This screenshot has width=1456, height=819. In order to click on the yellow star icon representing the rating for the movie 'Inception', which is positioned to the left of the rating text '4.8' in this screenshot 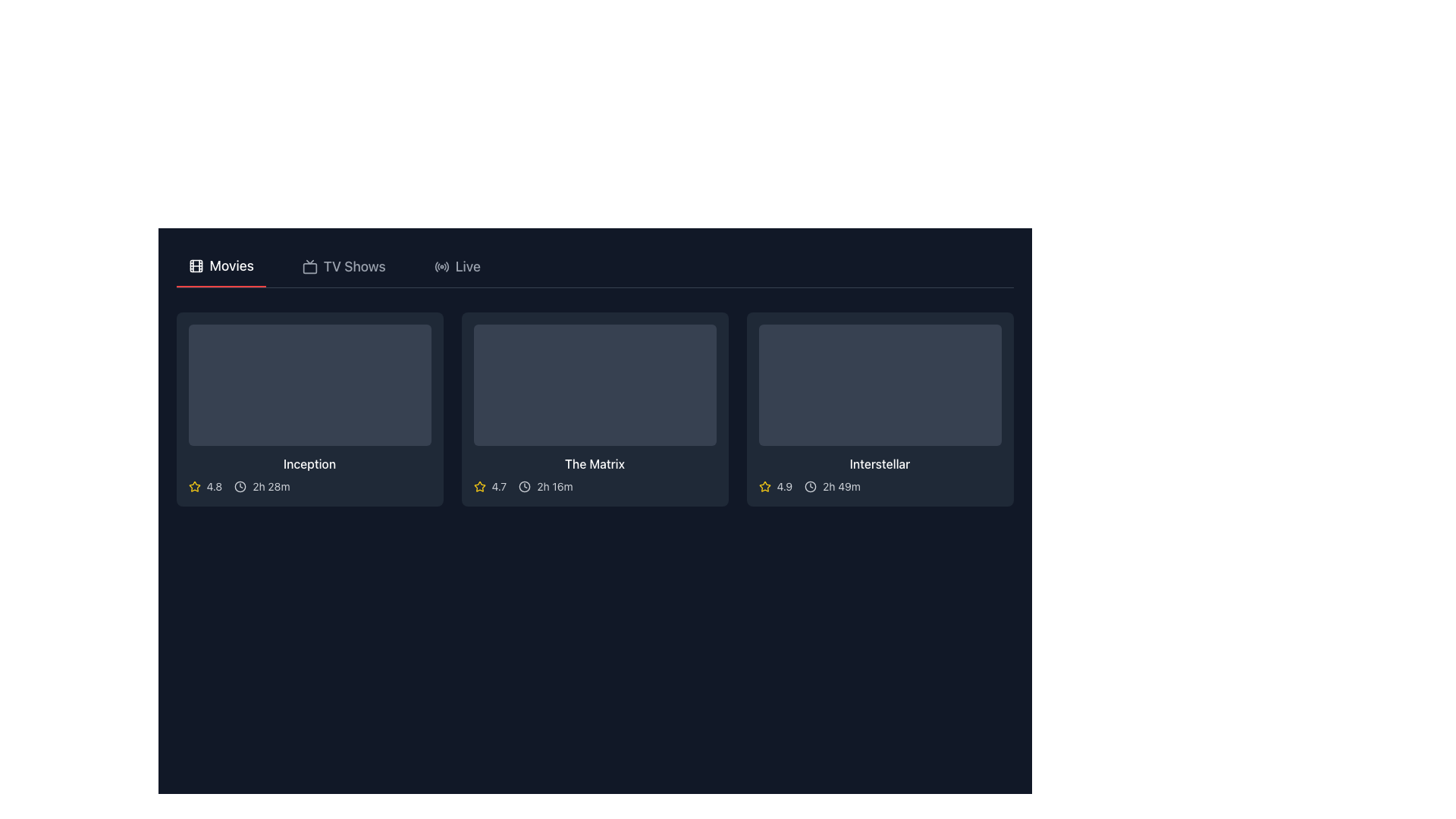, I will do `click(193, 486)`.